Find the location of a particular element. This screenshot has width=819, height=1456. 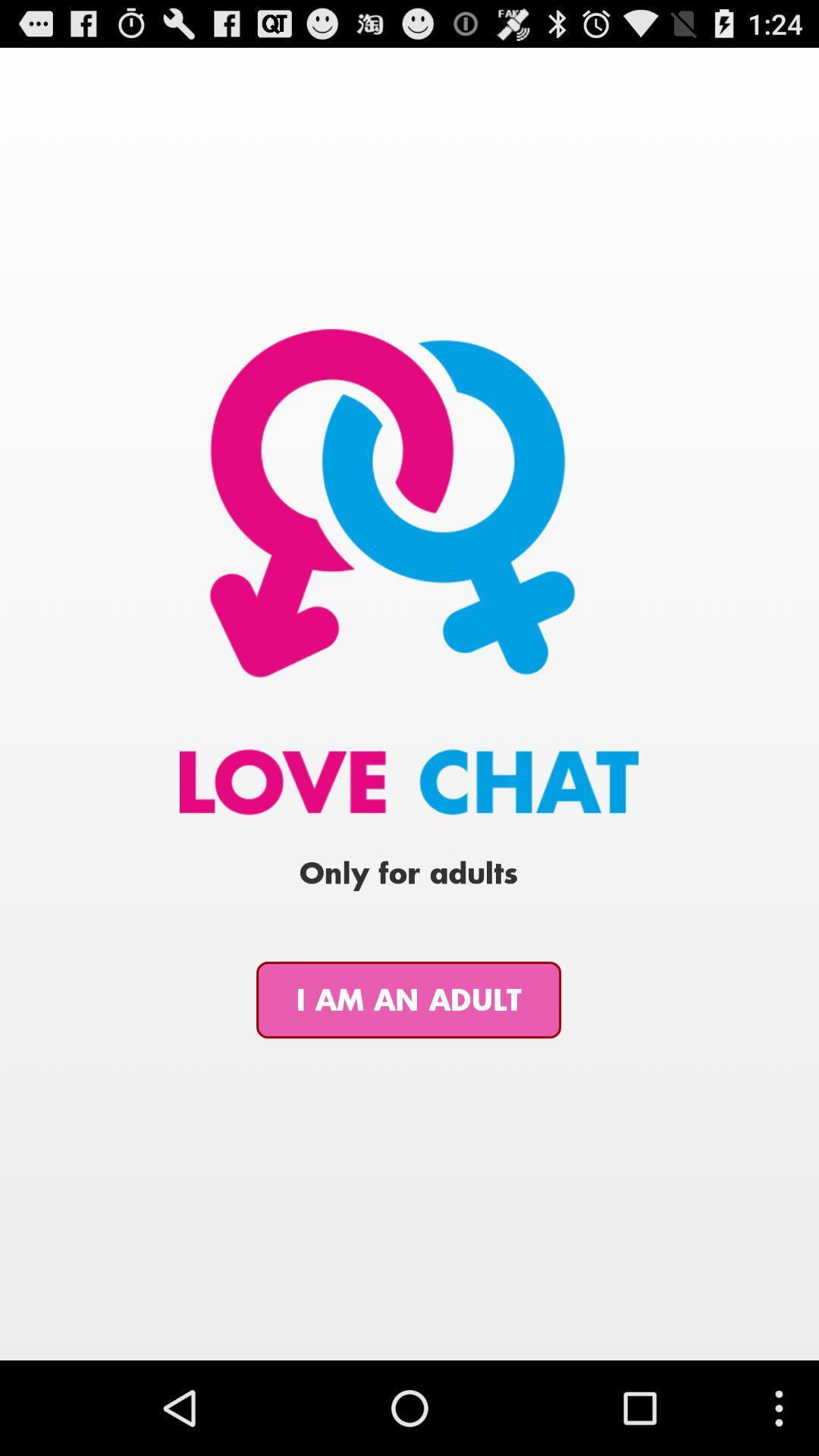

the item below only for adults item is located at coordinates (408, 999).